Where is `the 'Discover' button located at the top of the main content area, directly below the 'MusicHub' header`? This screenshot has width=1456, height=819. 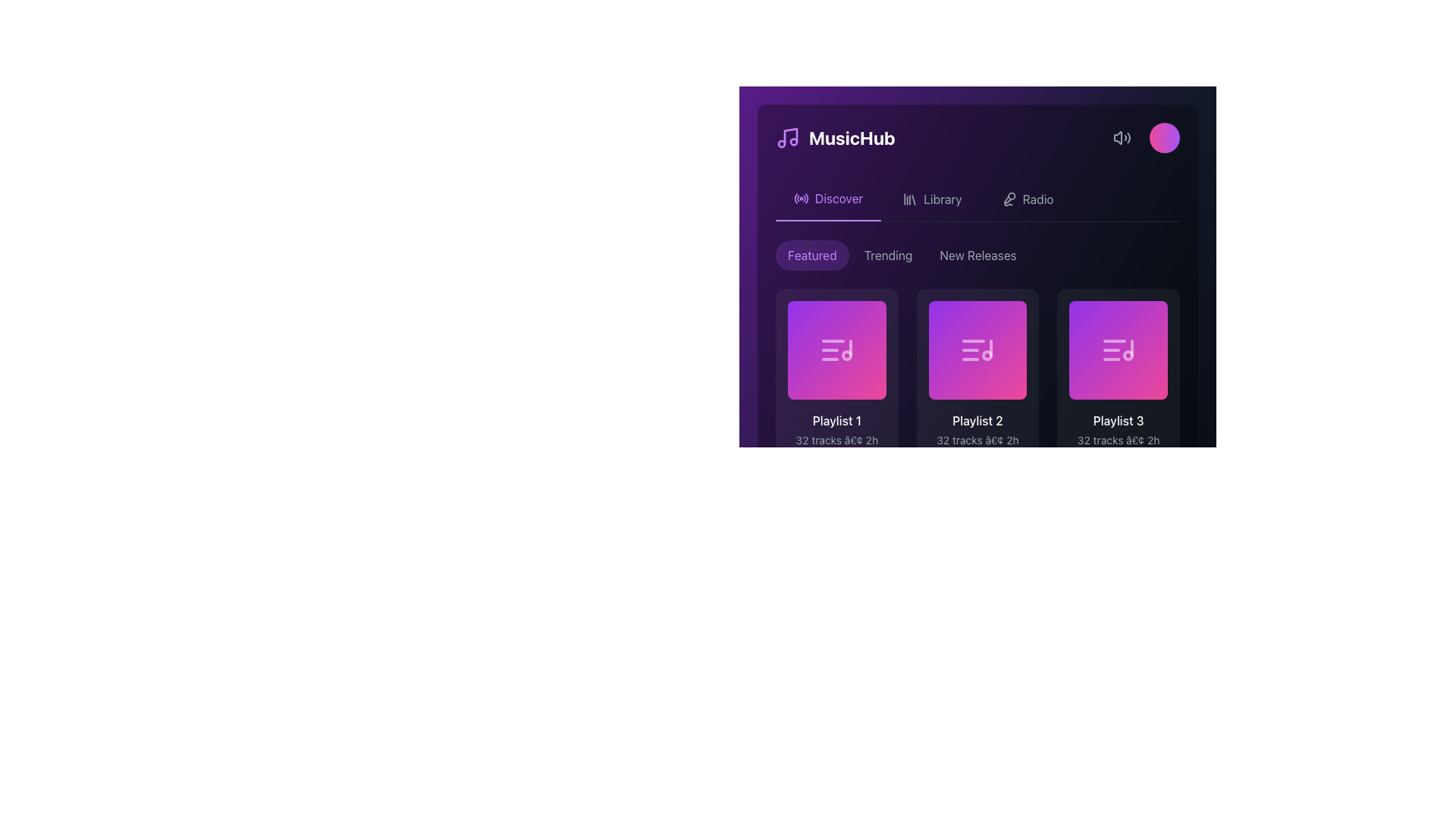
the 'Discover' button located at the top of the main content area, directly below the 'MusicHub' header is located at coordinates (827, 198).